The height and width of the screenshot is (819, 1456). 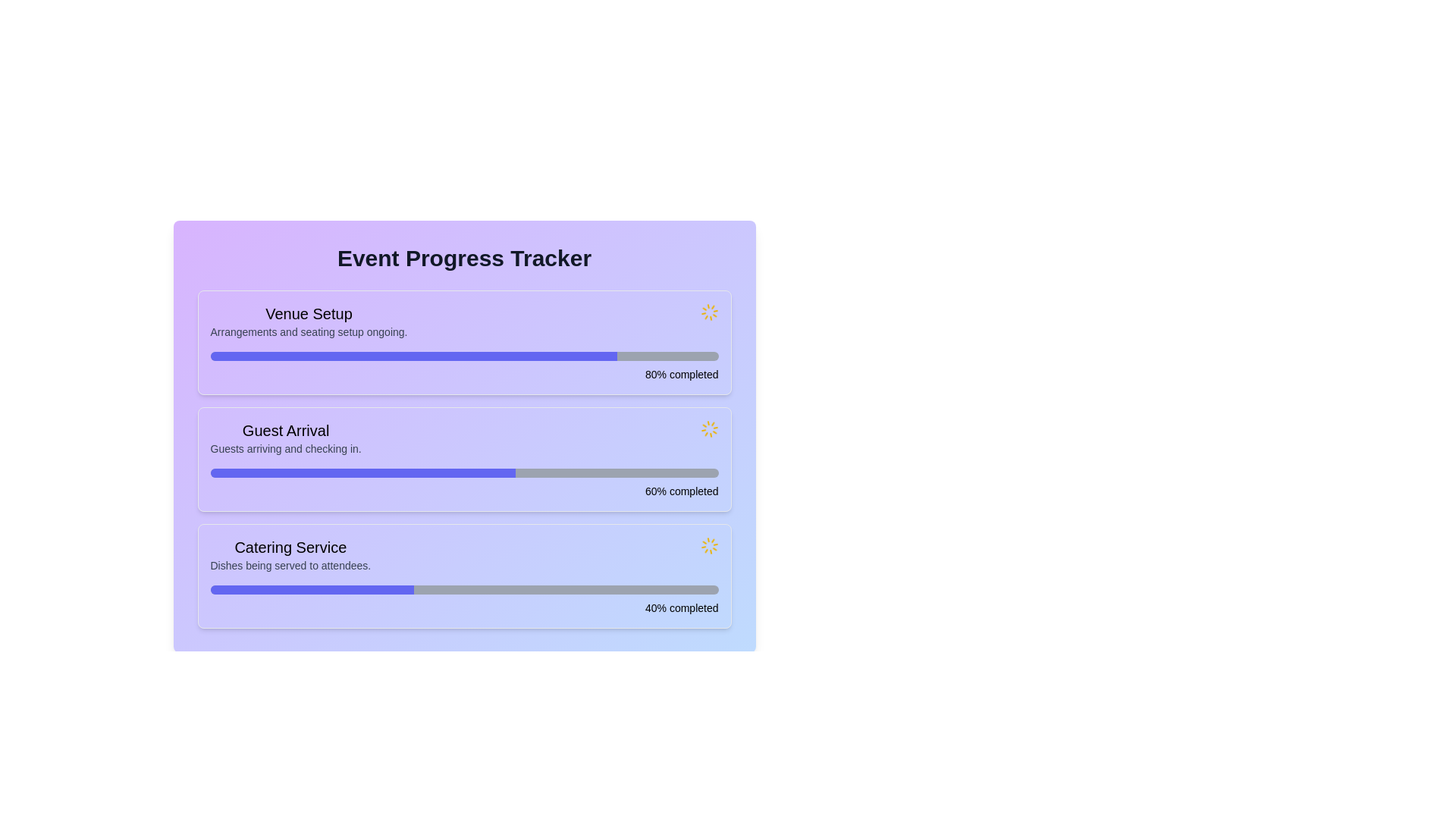 I want to click on the animation of the loader or progress indicator located in the upper-right corner of the 'Venue Setup' progress section, positioned to the right of the progress bar and completion text, so click(x=708, y=312).